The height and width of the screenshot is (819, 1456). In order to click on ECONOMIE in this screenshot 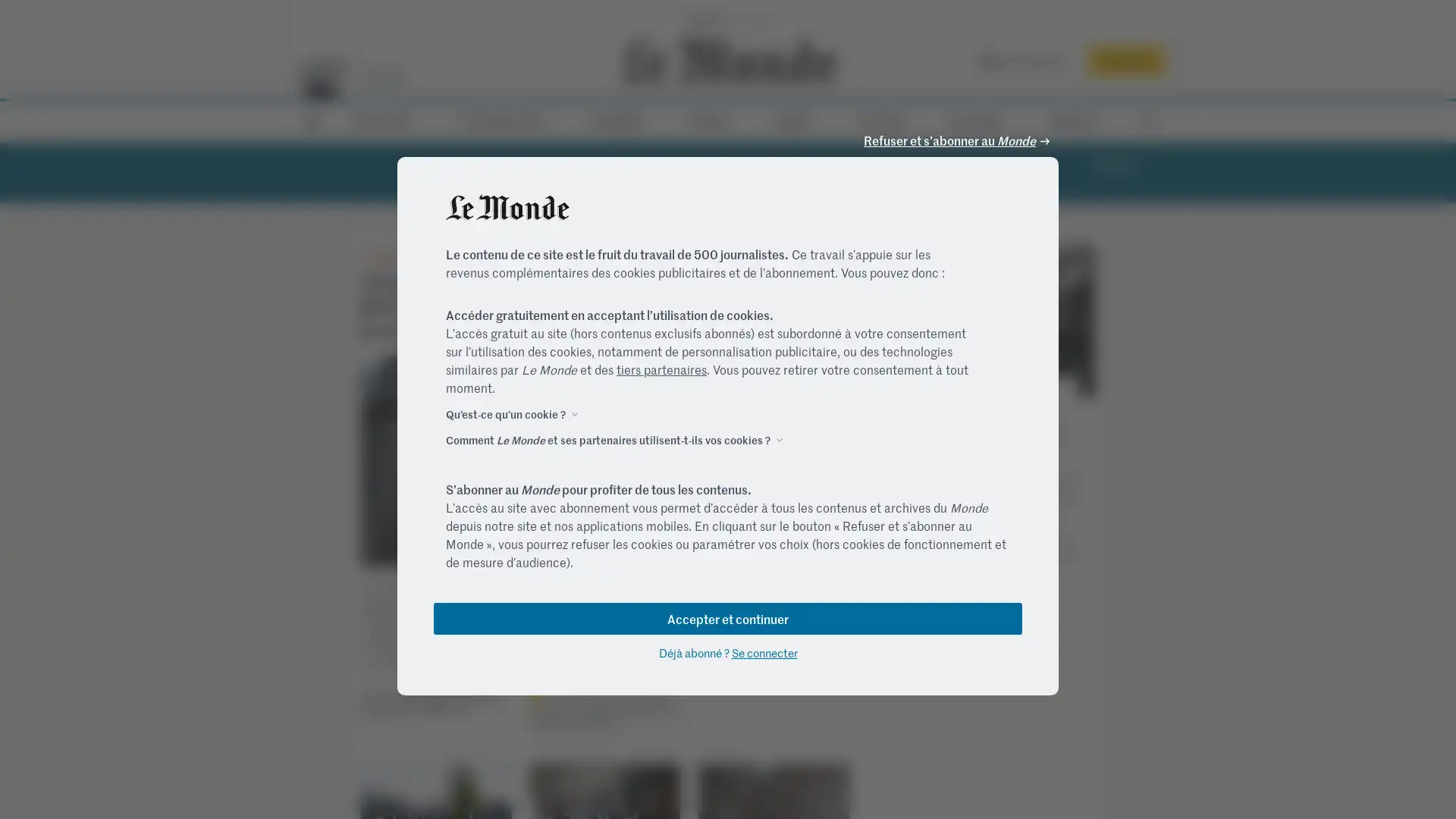, I will do `click(622, 120)`.